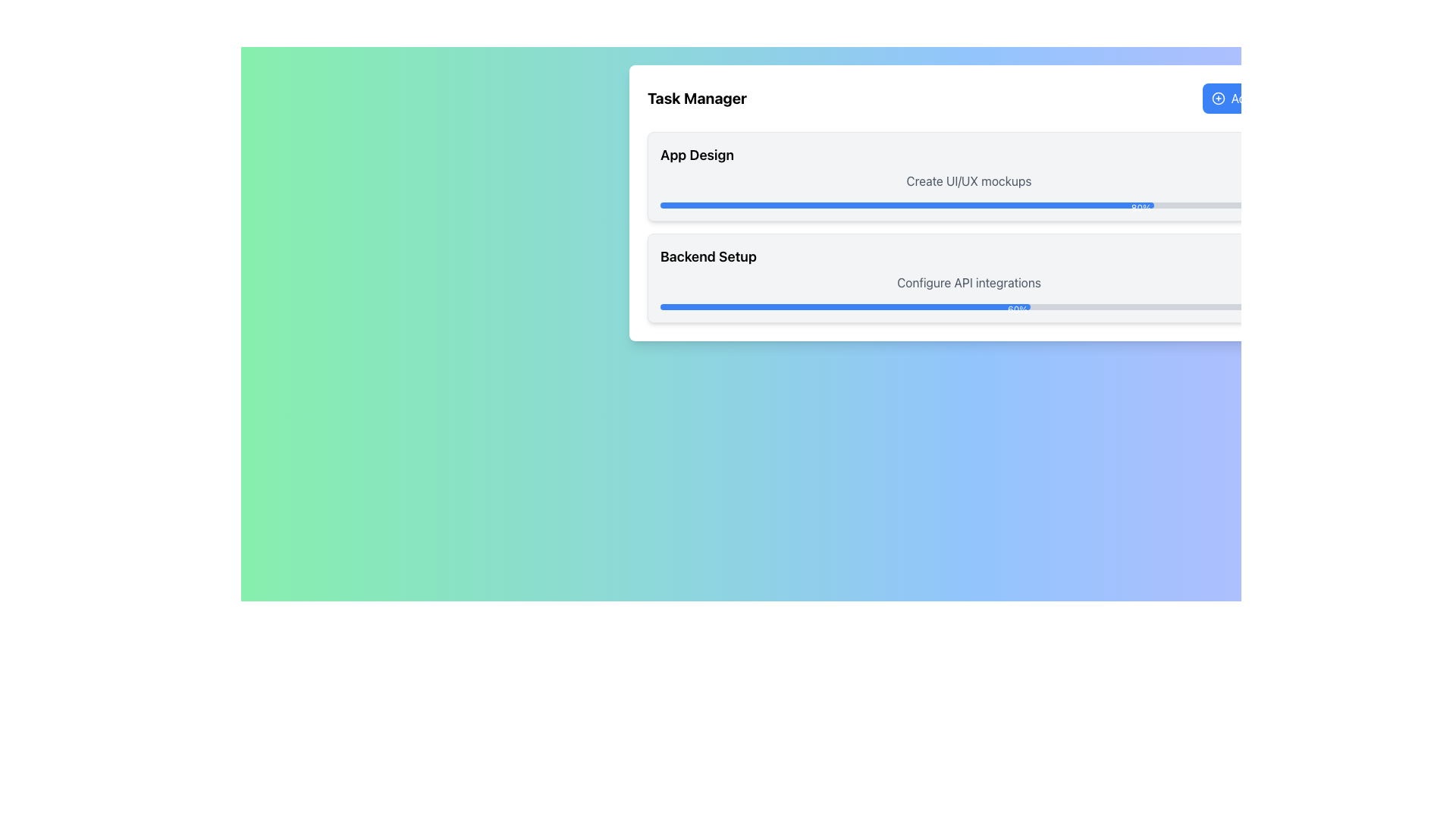 Image resolution: width=1456 pixels, height=819 pixels. Describe the element at coordinates (907, 205) in the screenshot. I see `the progress percentage displayed at the end of the blue progress bar in the 'App Design' section of the task manager interface, which shows '80%'` at that location.